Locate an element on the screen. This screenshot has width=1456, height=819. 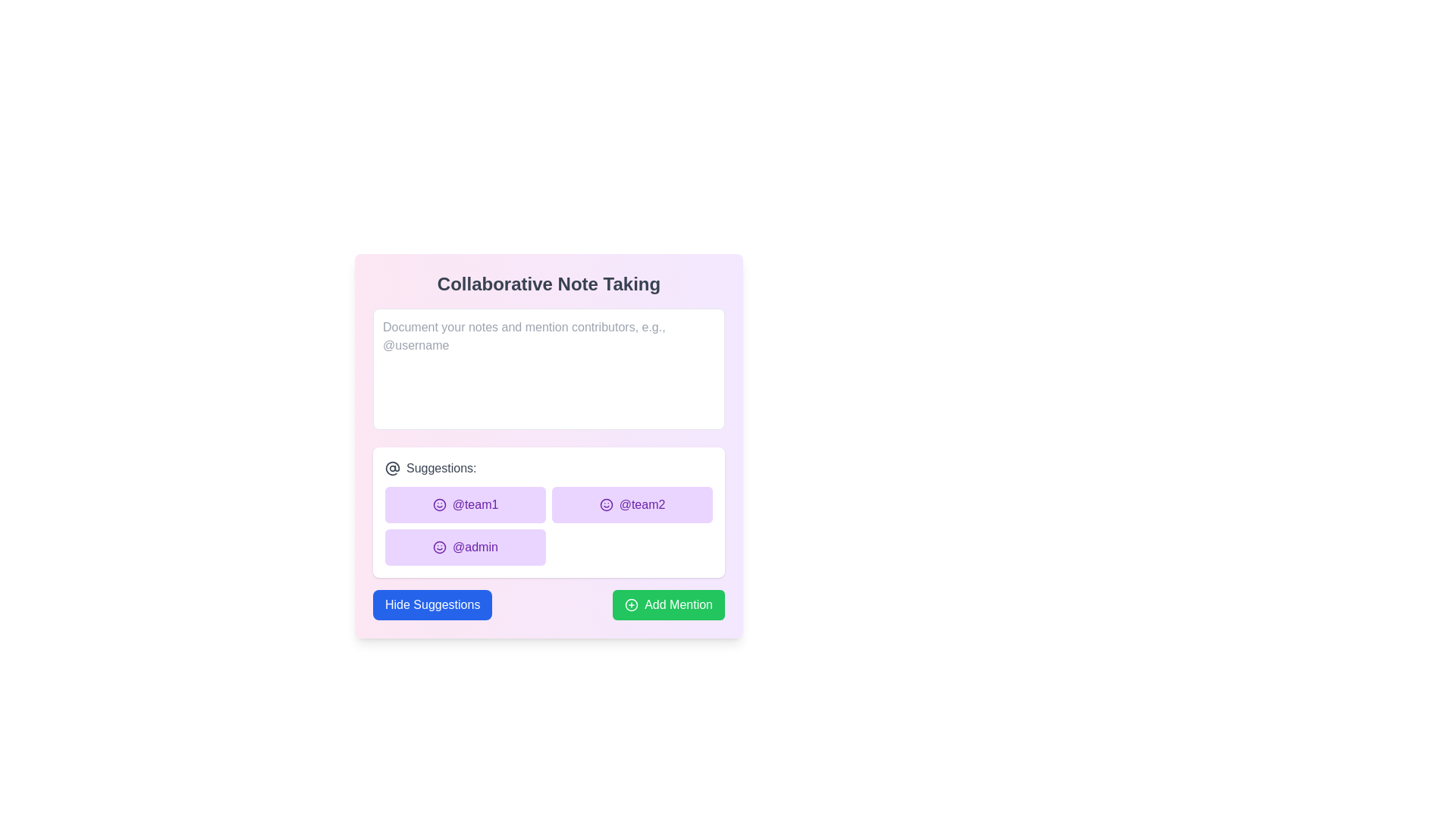
the button that adds mentions, located at the bottom right corner adjacent to the 'Hide Suggestions' button is located at coordinates (668, 604).